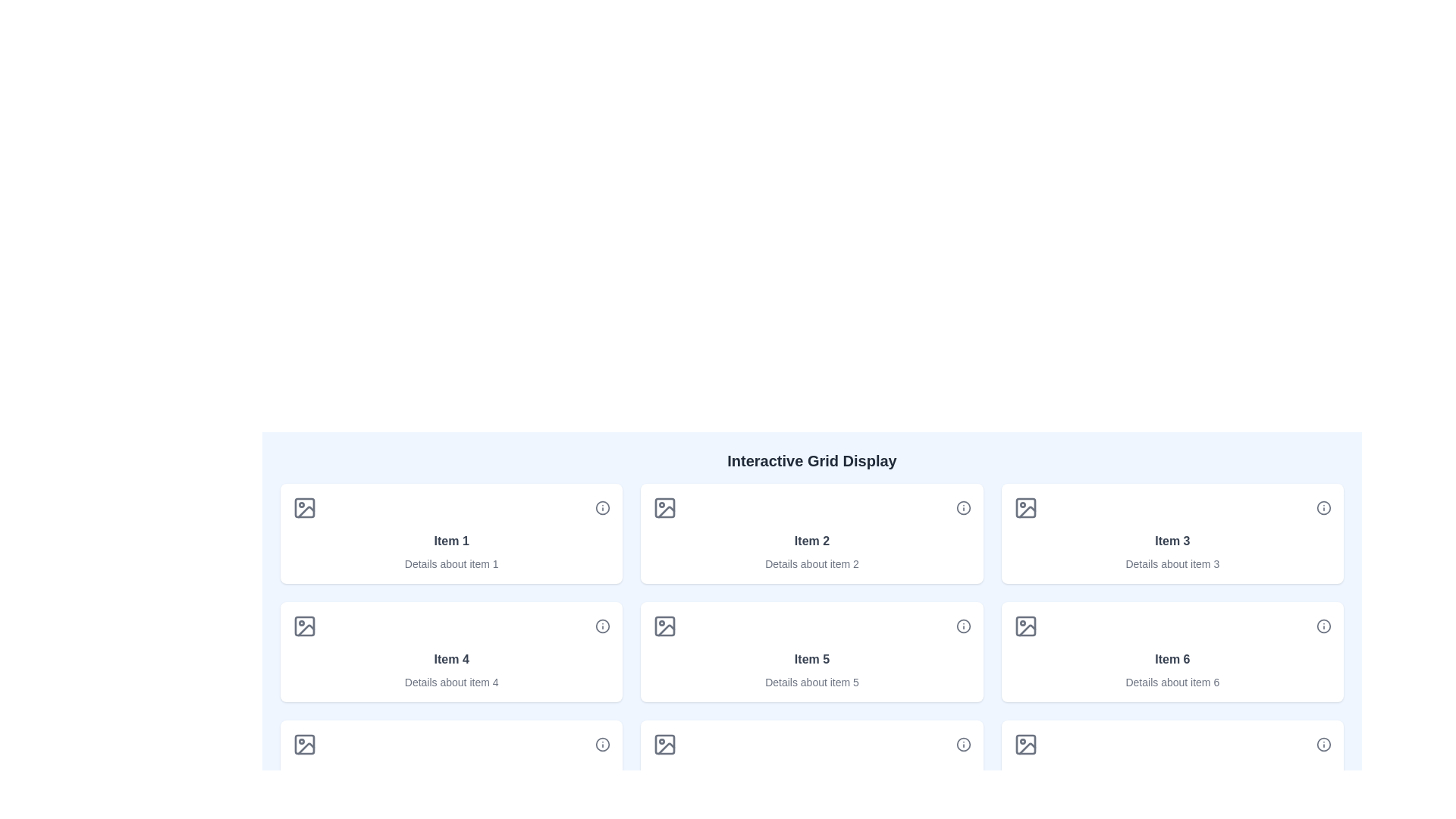 The width and height of the screenshot is (1456, 819). I want to click on the presence of the circular boundary of the information icon located in the top-right corner of the card containing 'Item 2', so click(962, 508).